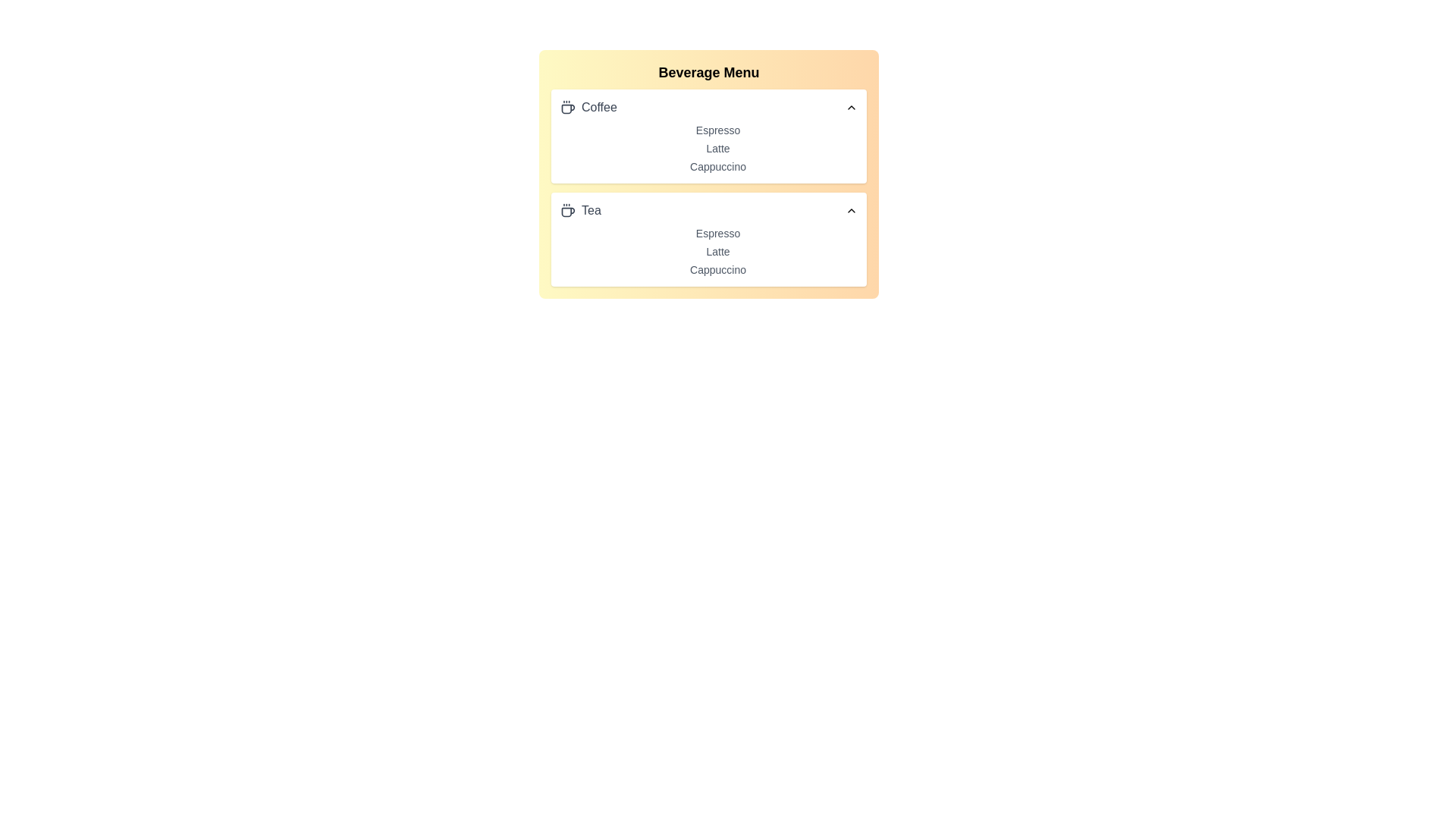 This screenshot has width=1456, height=819. What do you see at coordinates (566, 107) in the screenshot?
I see `the beverage icon for coffee` at bounding box center [566, 107].